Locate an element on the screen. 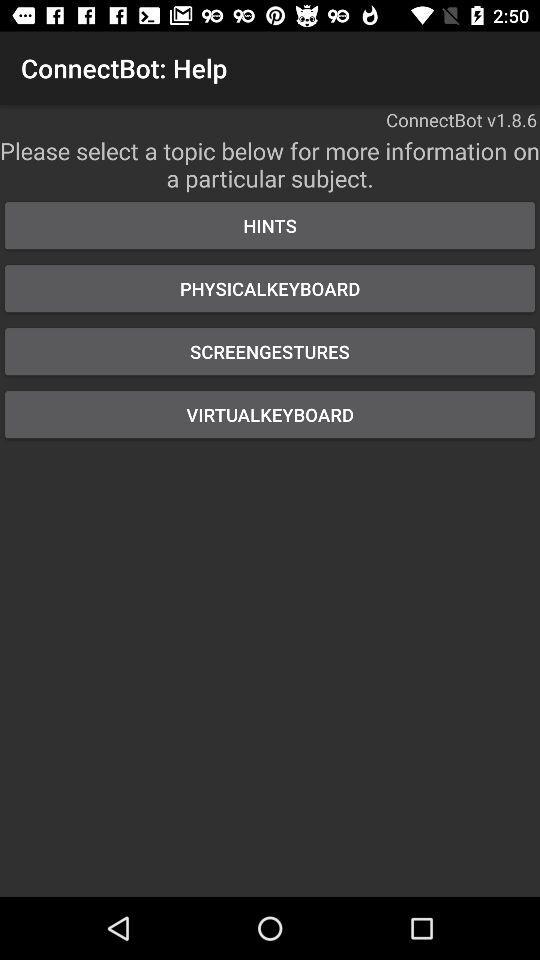 Image resolution: width=540 pixels, height=960 pixels. the physicalkeyboard button is located at coordinates (270, 287).